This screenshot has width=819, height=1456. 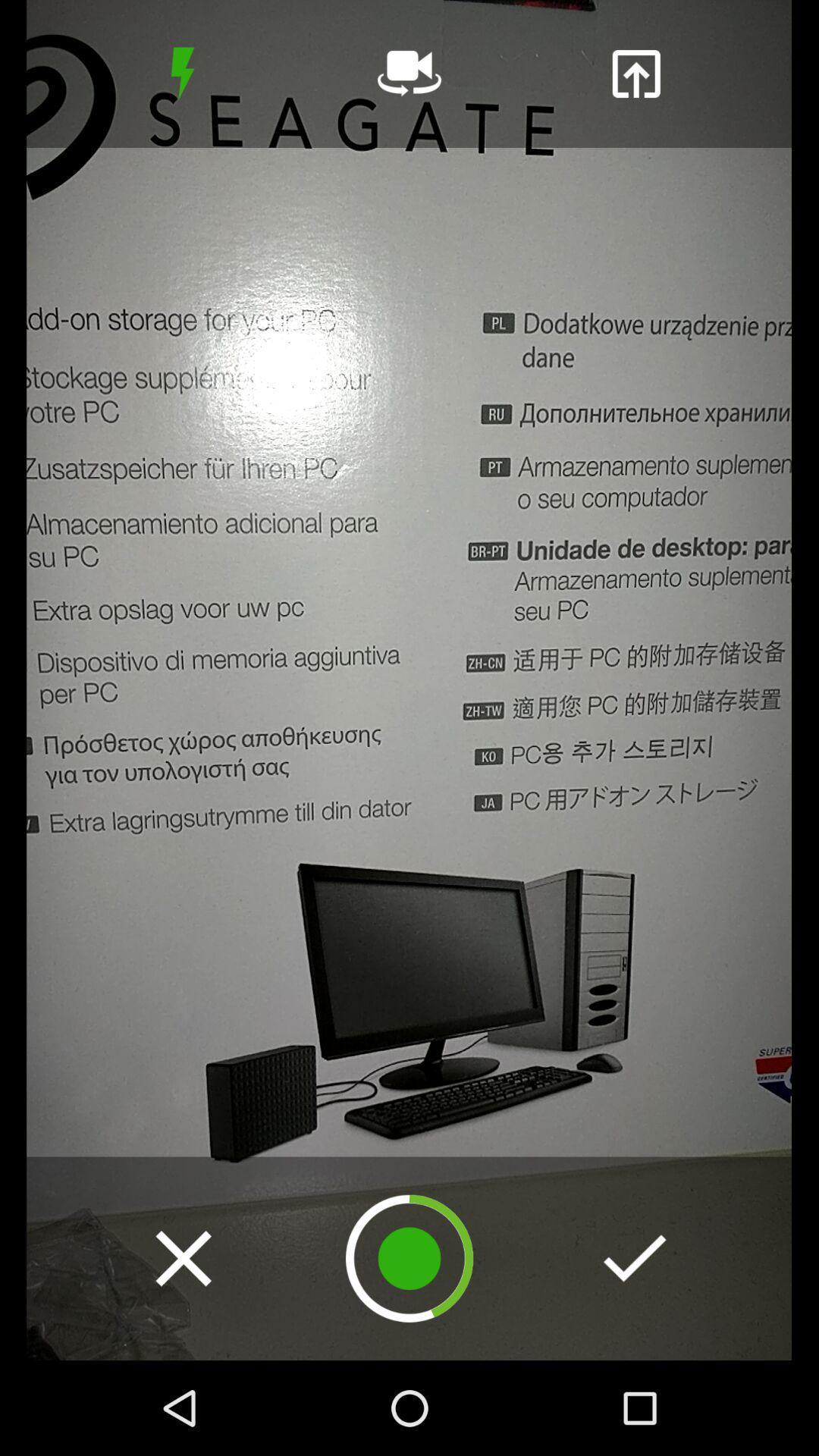 I want to click on take picture, so click(x=409, y=1258).